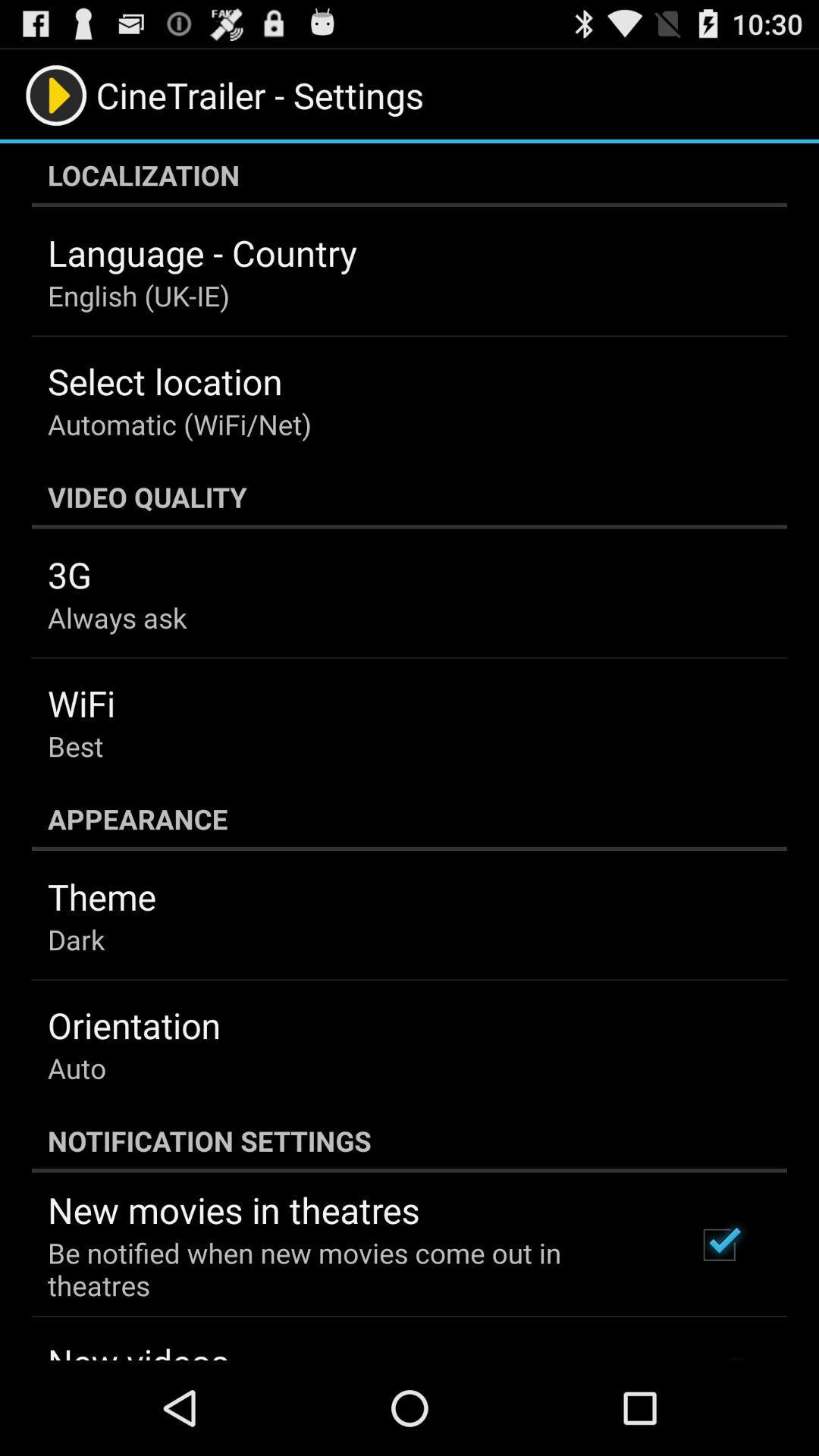 This screenshot has width=819, height=1456. What do you see at coordinates (133, 1025) in the screenshot?
I see `the orientation item` at bounding box center [133, 1025].